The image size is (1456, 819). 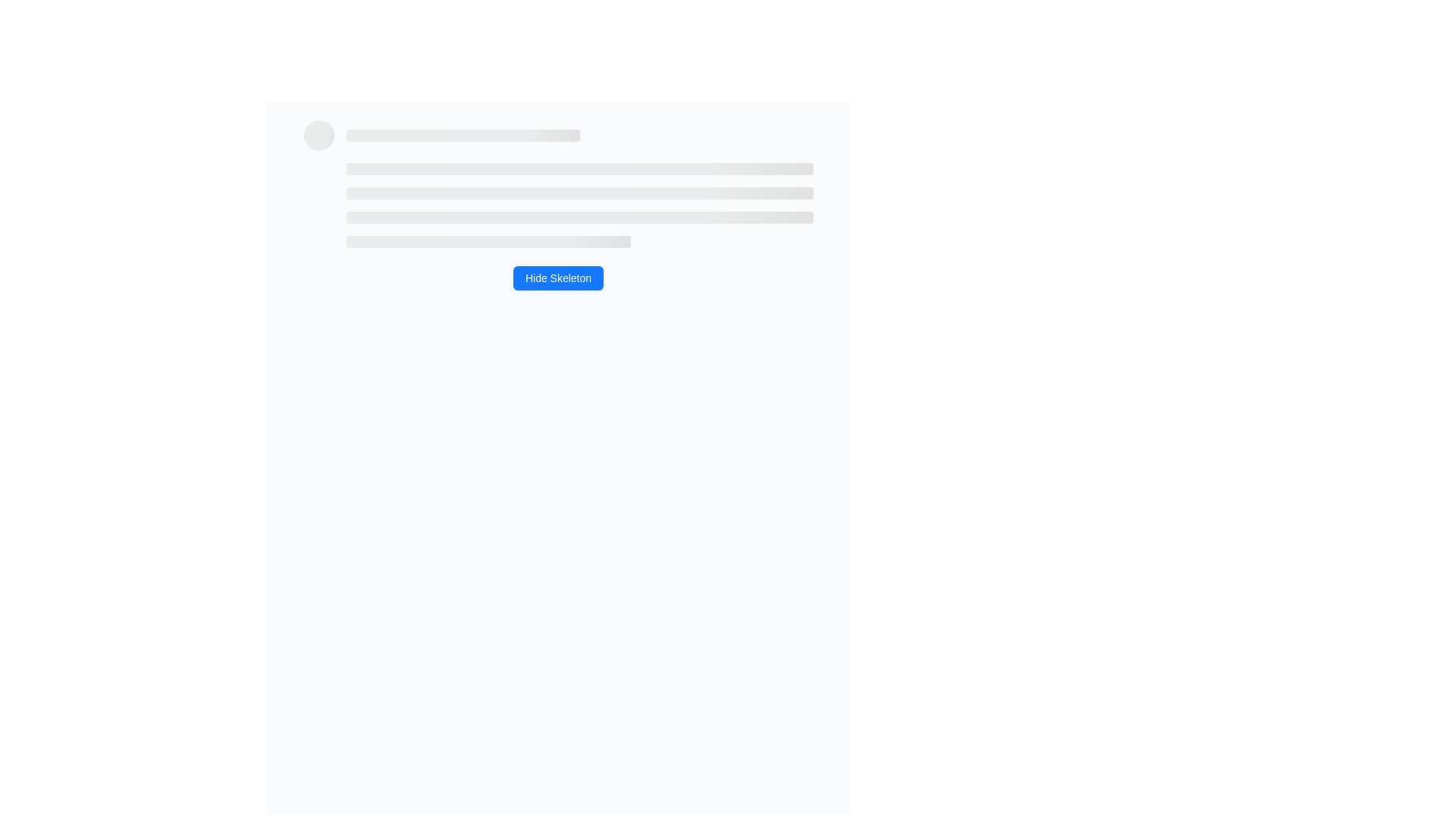 I want to click on the rectangular button with a blue background and white bold text that reads 'Hide Skeleton', so click(x=557, y=278).